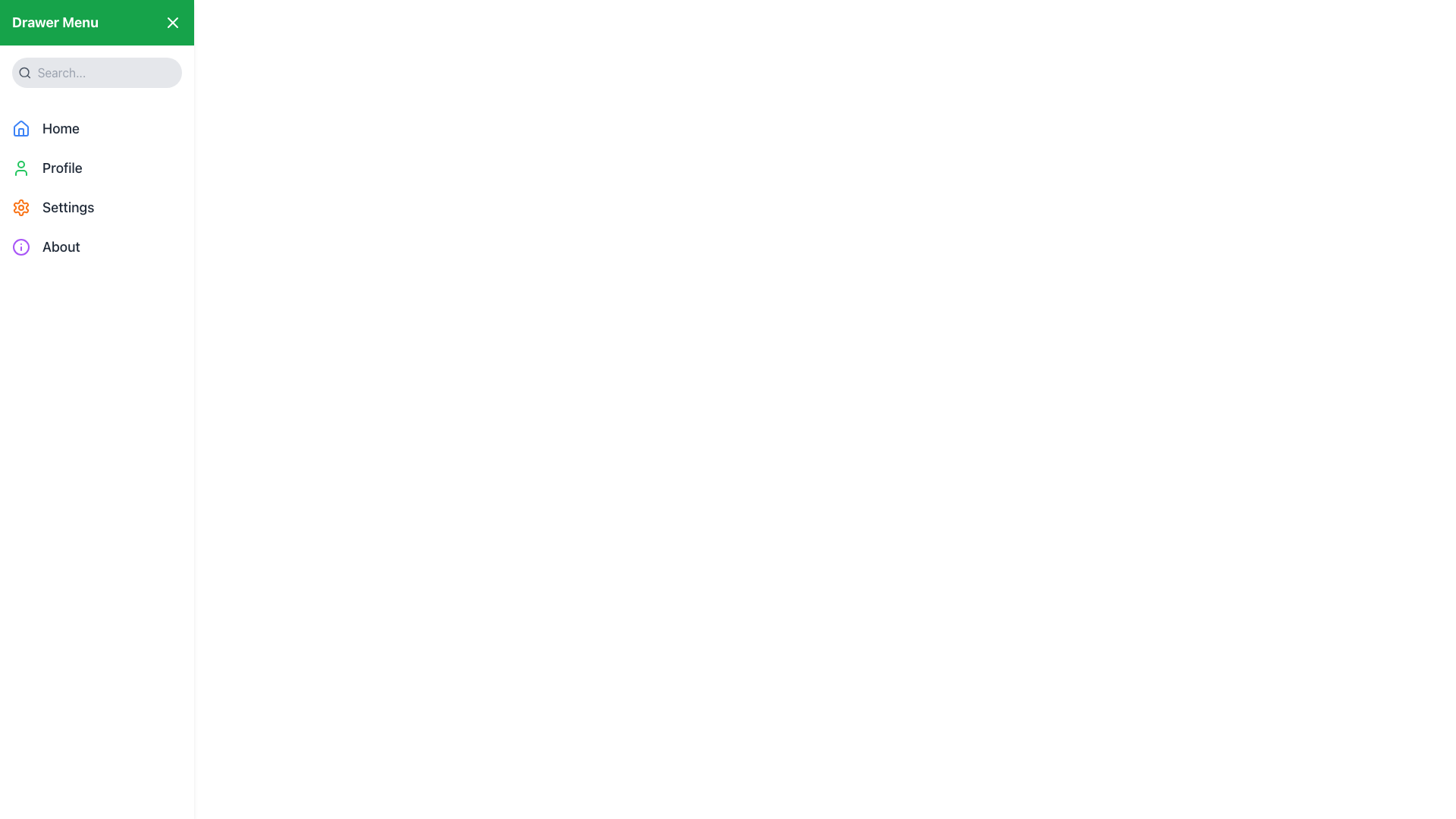 The width and height of the screenshot is (1456, 819). I want to click on the user profile icon located to the left of the 'Profile' text label in the vertical menu, so click(21, 168).